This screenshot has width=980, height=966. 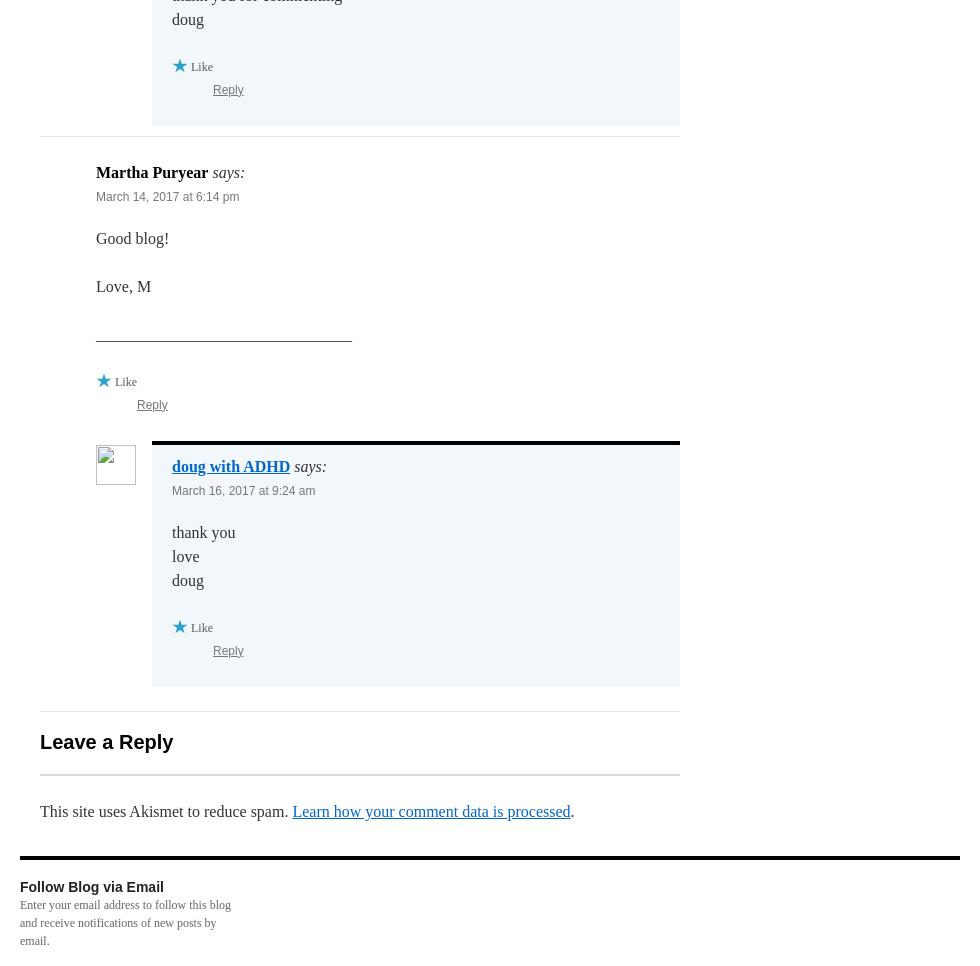 What do you see at coordinates (166, 810) in the screenshot?
I see `'This site uses Akismet to reduce spam.'` at bounding box center [166, 810].